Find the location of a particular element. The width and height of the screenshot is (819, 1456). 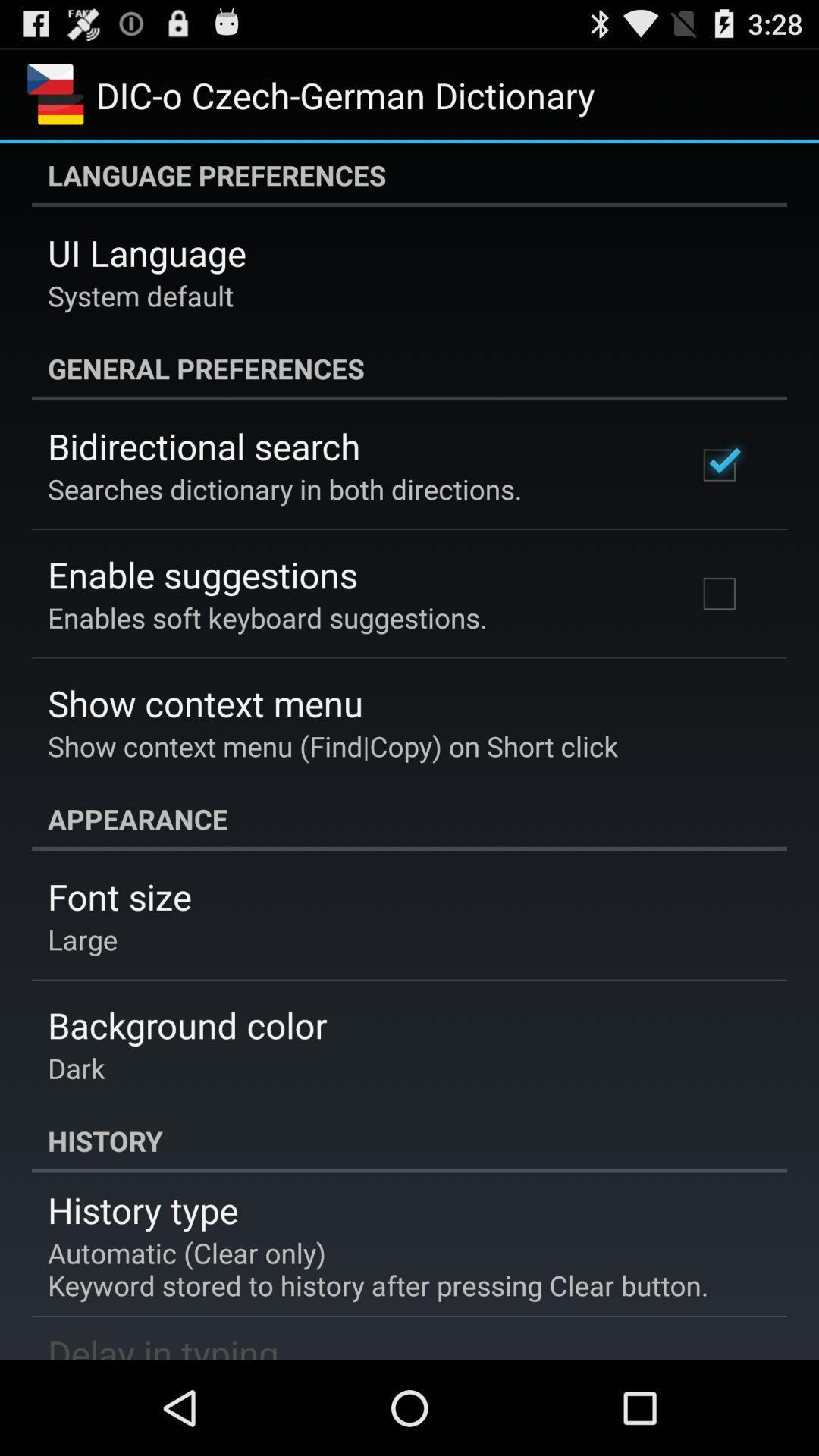

appearance icon is located at coordinates (409, 818).